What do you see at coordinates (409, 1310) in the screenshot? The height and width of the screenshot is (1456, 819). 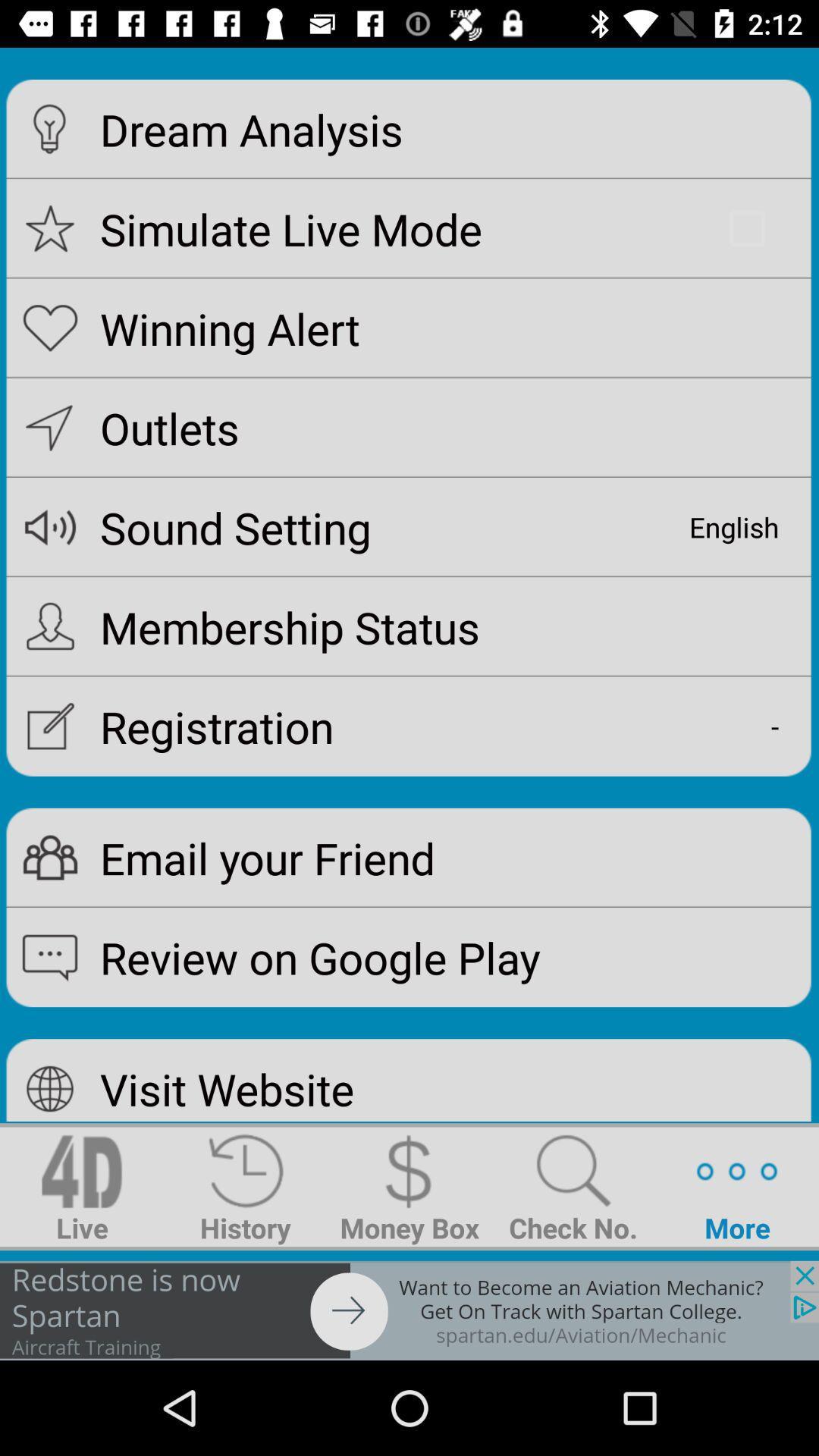 I see `open advertisement` at bounding box center [409, 1310].